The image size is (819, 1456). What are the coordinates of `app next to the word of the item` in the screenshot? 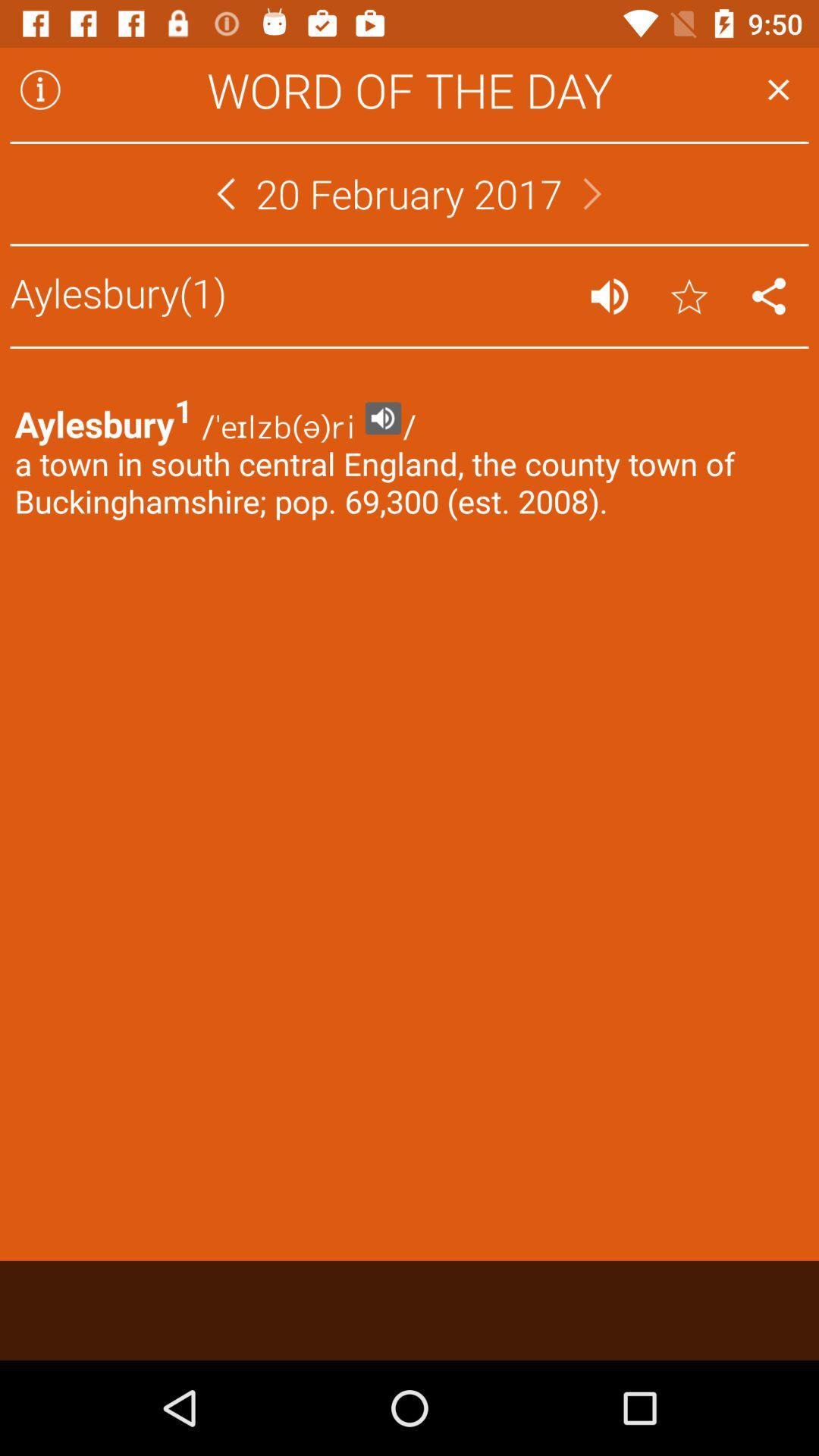 It's located at (778, 89).